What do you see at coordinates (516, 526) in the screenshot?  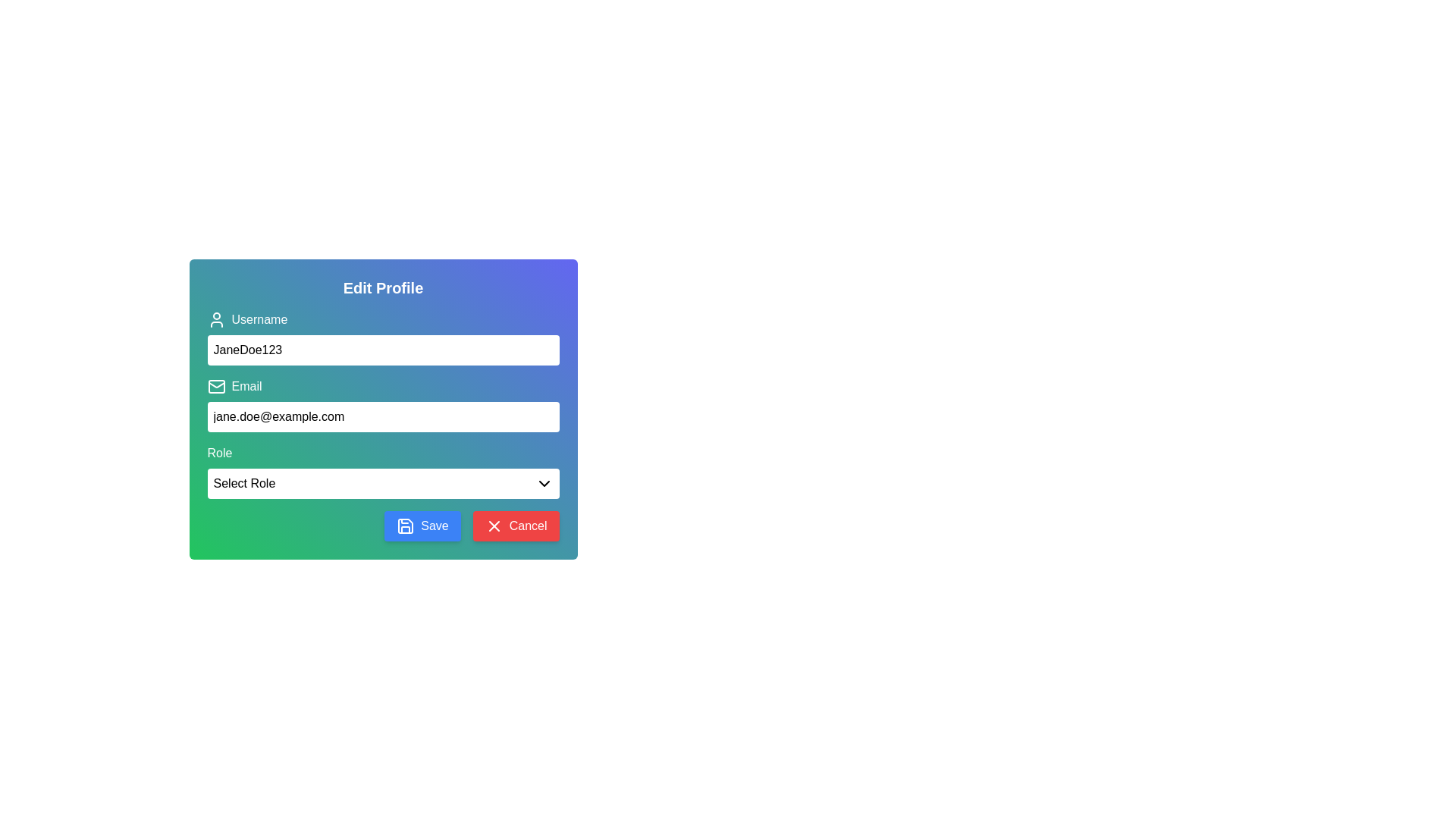 I see `the cancel button located in the bottom-right section of the panel` at bounding box center [516, 526].